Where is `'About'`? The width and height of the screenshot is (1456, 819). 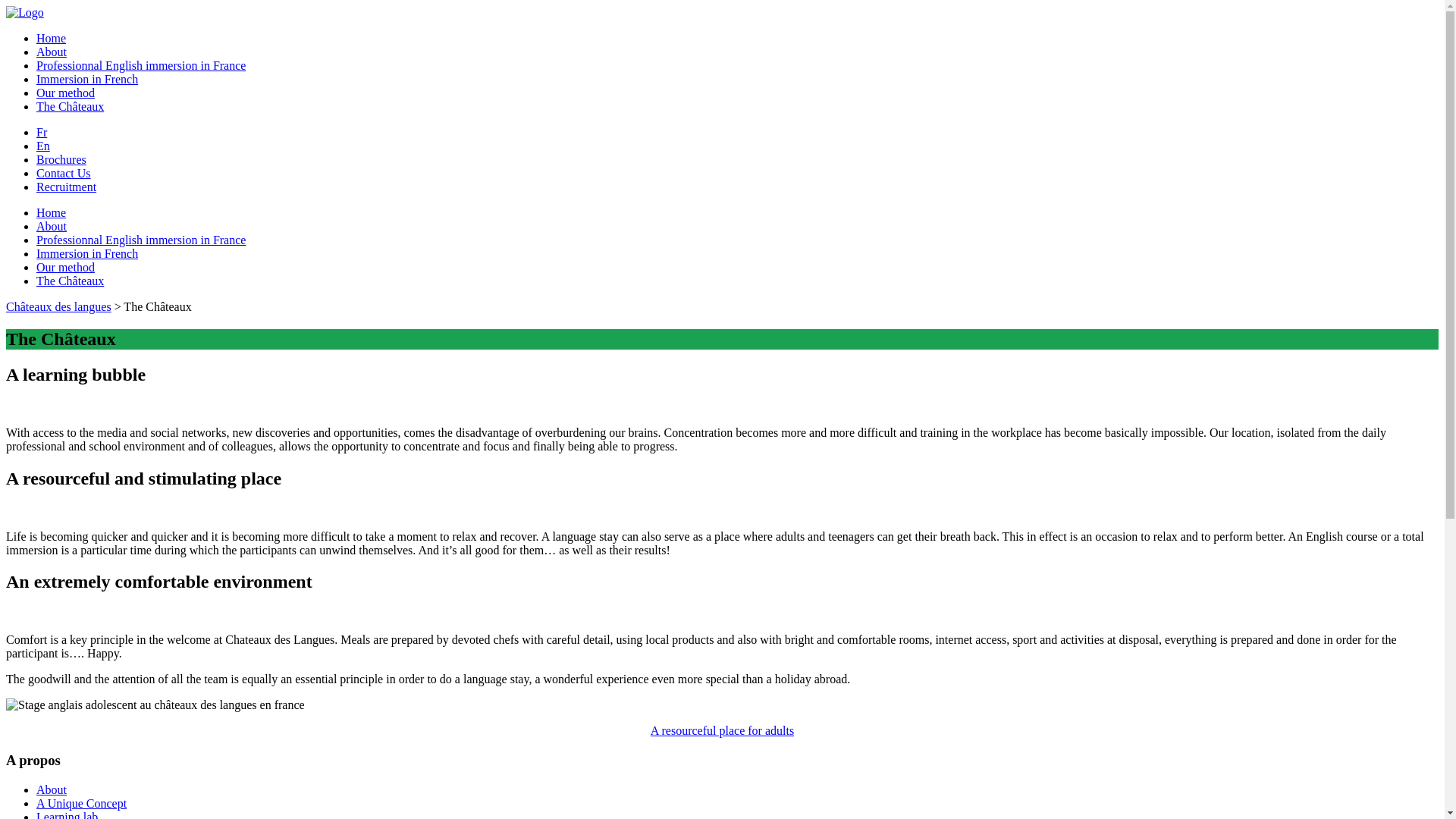
'About' is located at coordinates (36, 789).